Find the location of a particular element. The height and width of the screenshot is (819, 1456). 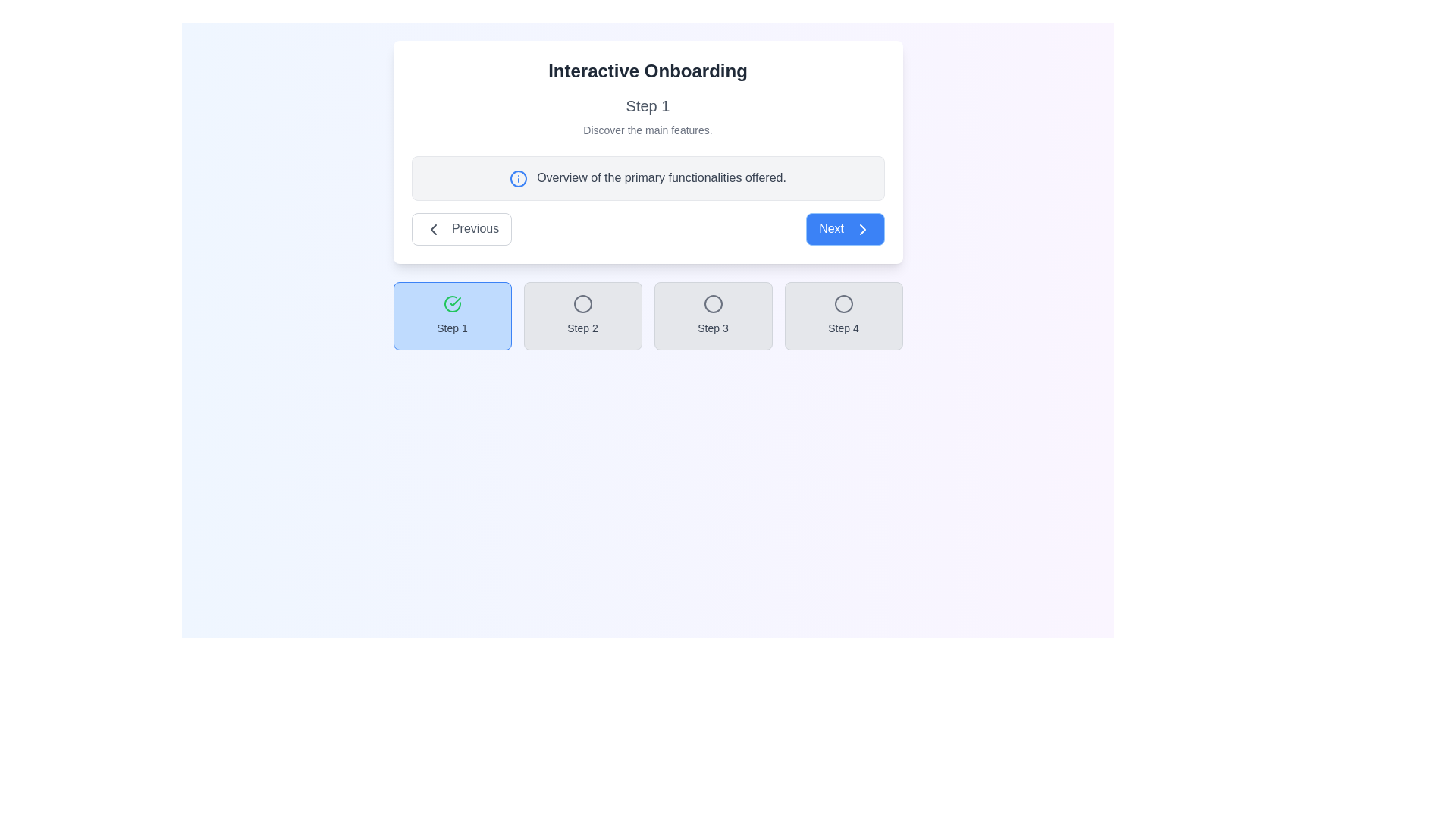

properties of the circular icon with a green outline and centered checkmark located within the 'Step 1' button at the bottom center of the interface is located at coordinates (451, 303).